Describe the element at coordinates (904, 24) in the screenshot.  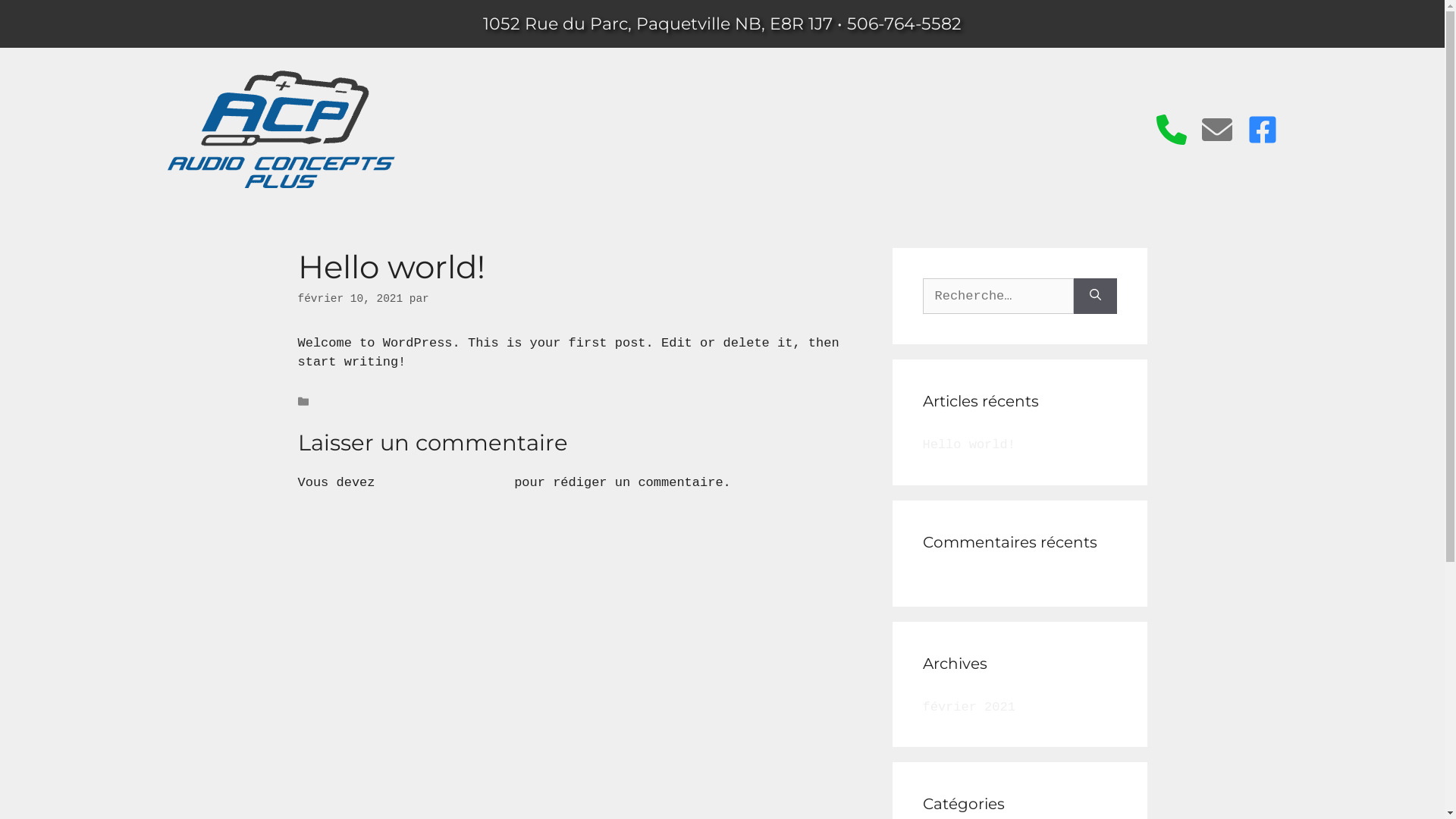
I see `'506-764-5582'` at that location.